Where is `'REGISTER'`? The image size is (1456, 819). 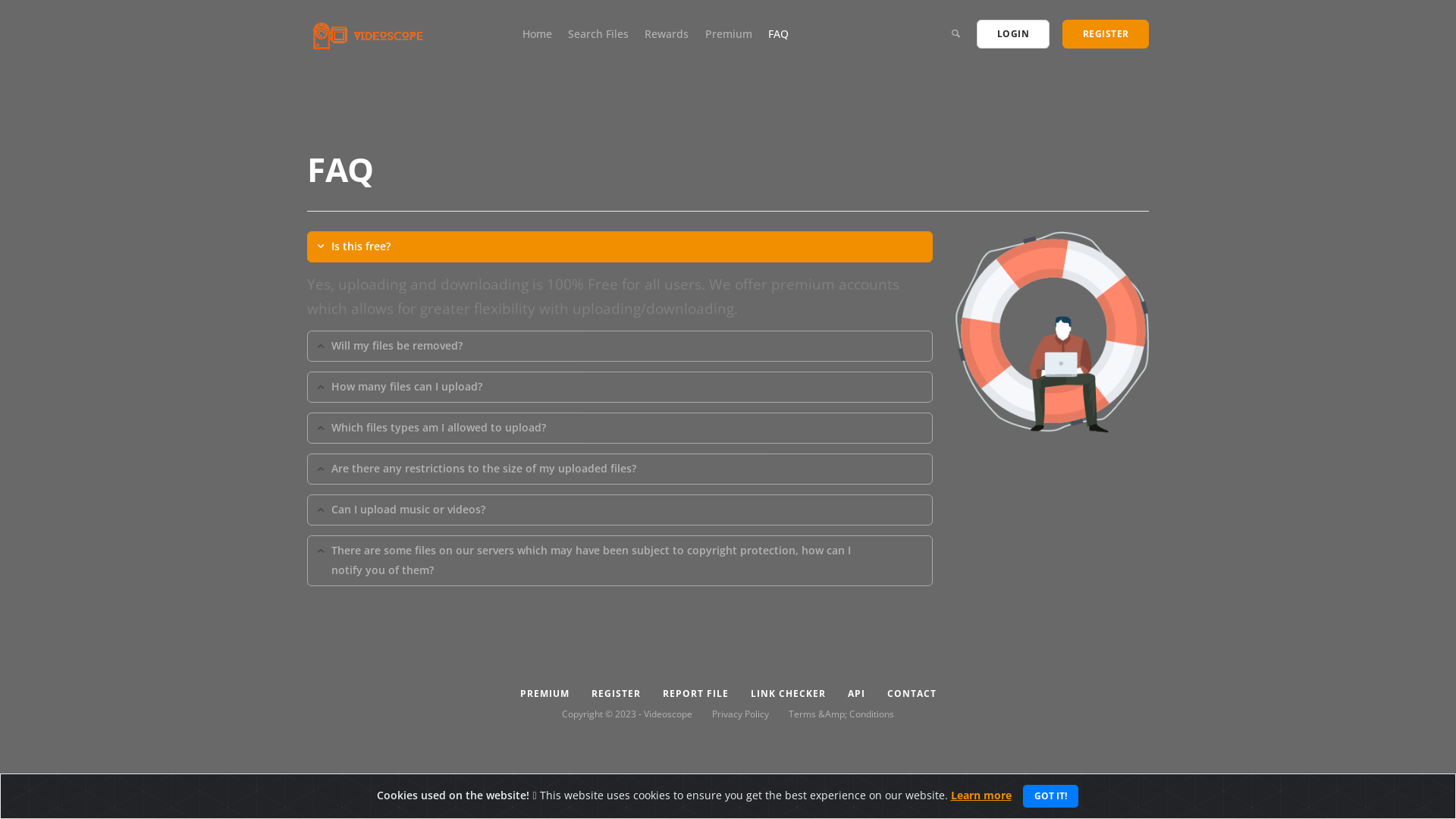 'REGISTER' is located at coordinates (1105, 34).